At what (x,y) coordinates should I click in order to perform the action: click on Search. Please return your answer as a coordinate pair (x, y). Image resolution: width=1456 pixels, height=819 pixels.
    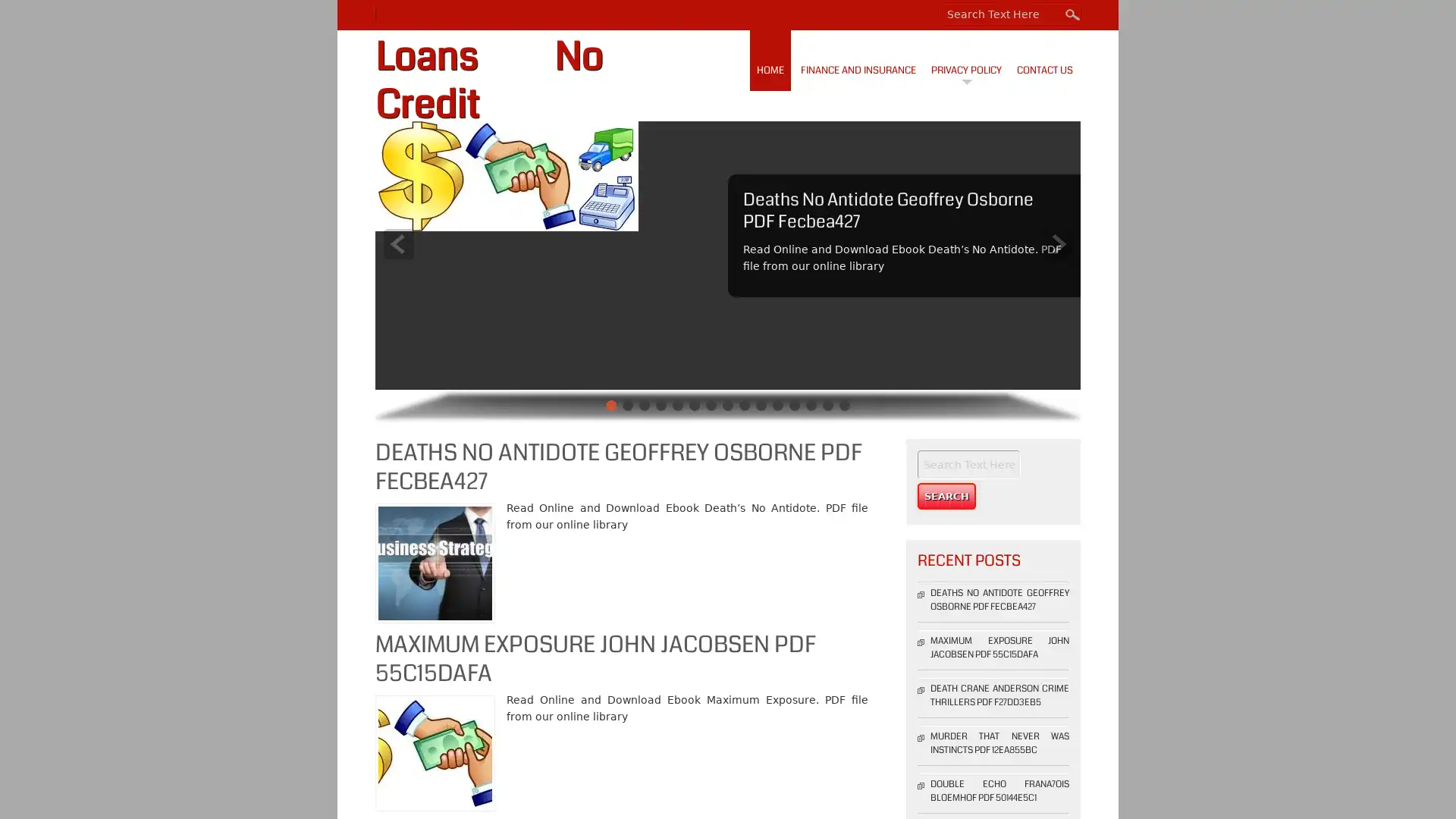
    Looking at the image, I should click on (946, 496).